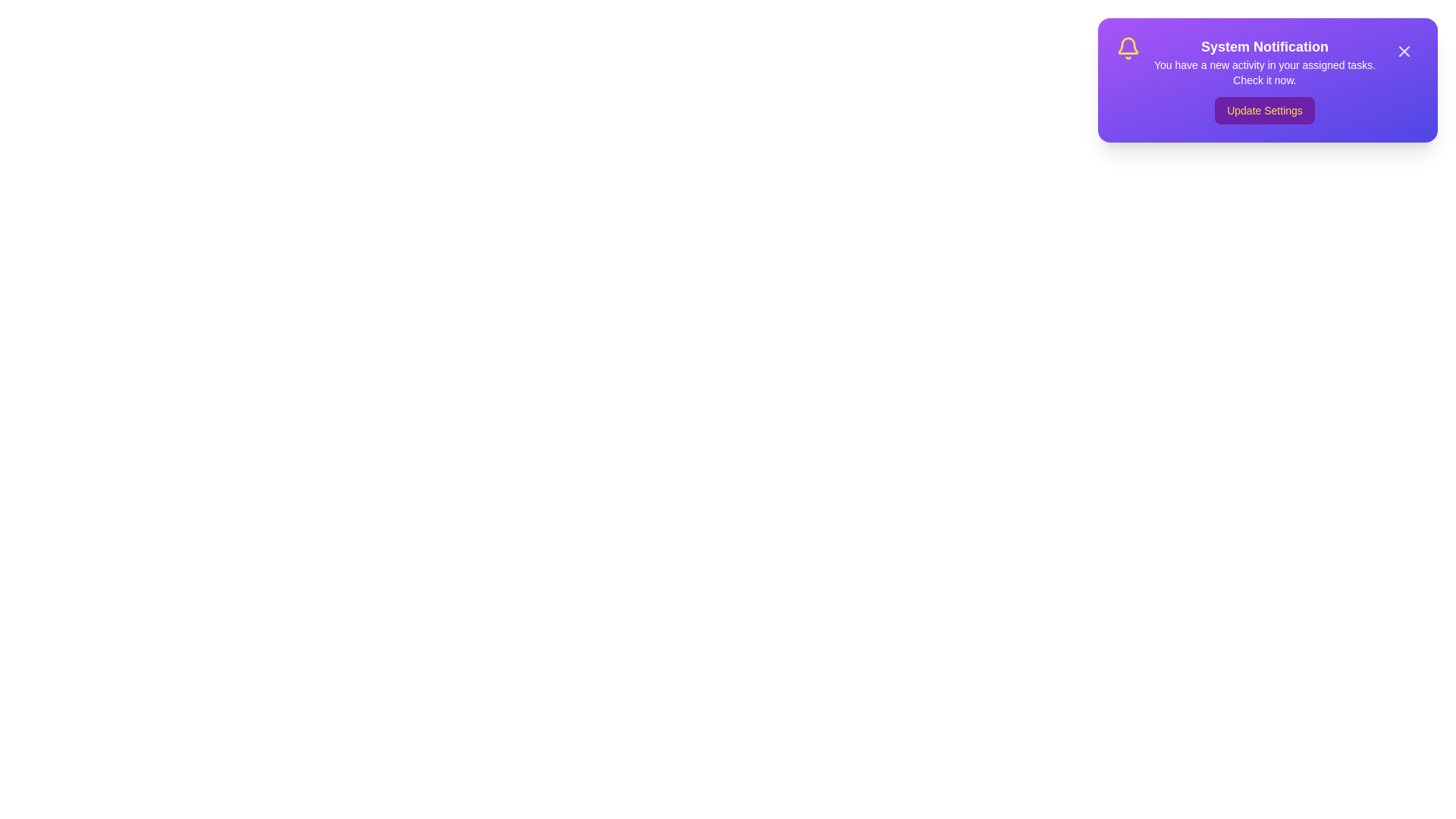 This screenshot has width=1456, height=819. What do you see at coordinates (1128, 48) in the screenshot?
I see `the notification icon to interact with it` at bounding box center [1128, 48].